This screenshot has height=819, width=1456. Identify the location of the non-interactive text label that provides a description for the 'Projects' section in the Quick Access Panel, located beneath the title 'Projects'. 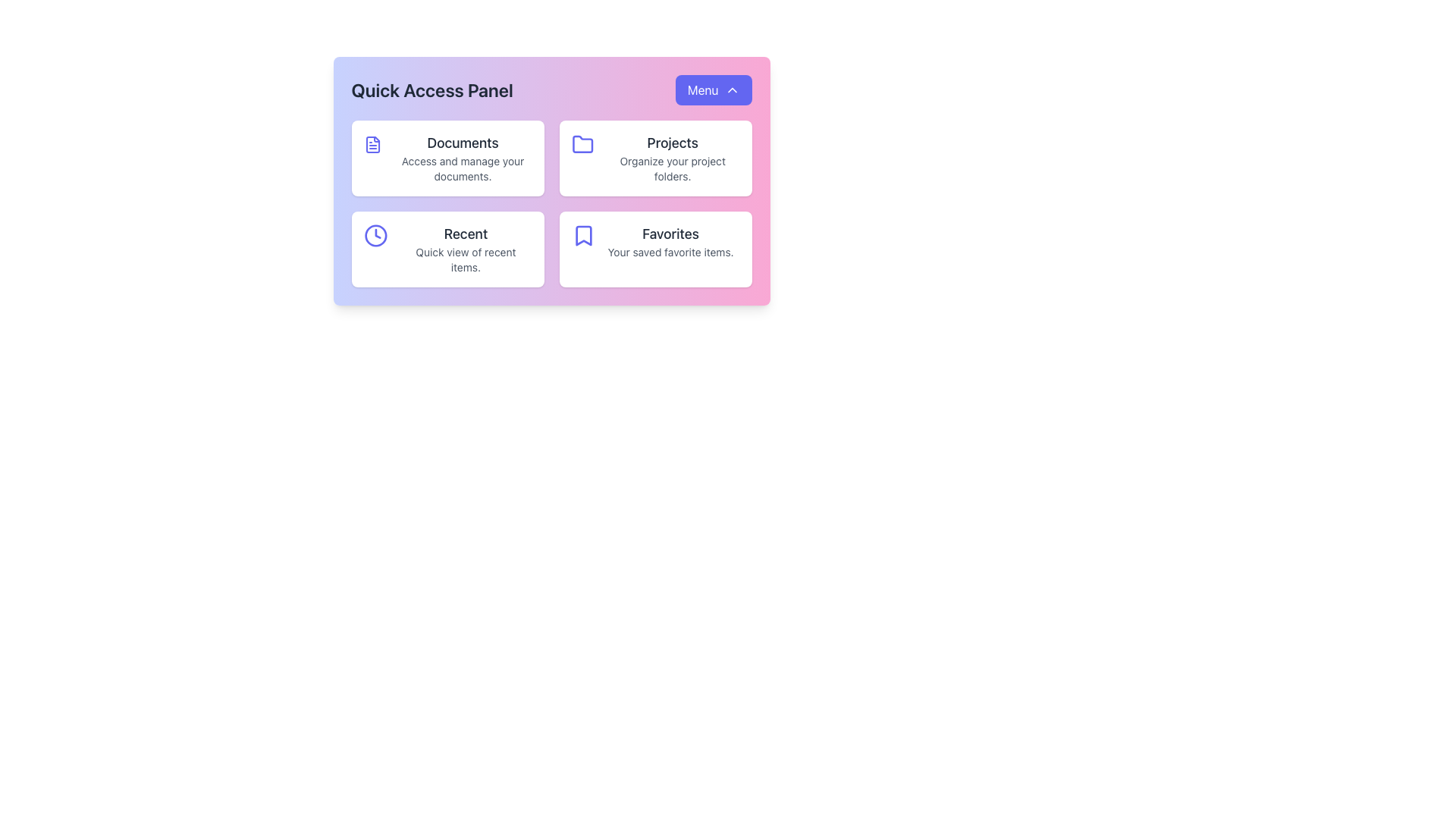
(672, 169).